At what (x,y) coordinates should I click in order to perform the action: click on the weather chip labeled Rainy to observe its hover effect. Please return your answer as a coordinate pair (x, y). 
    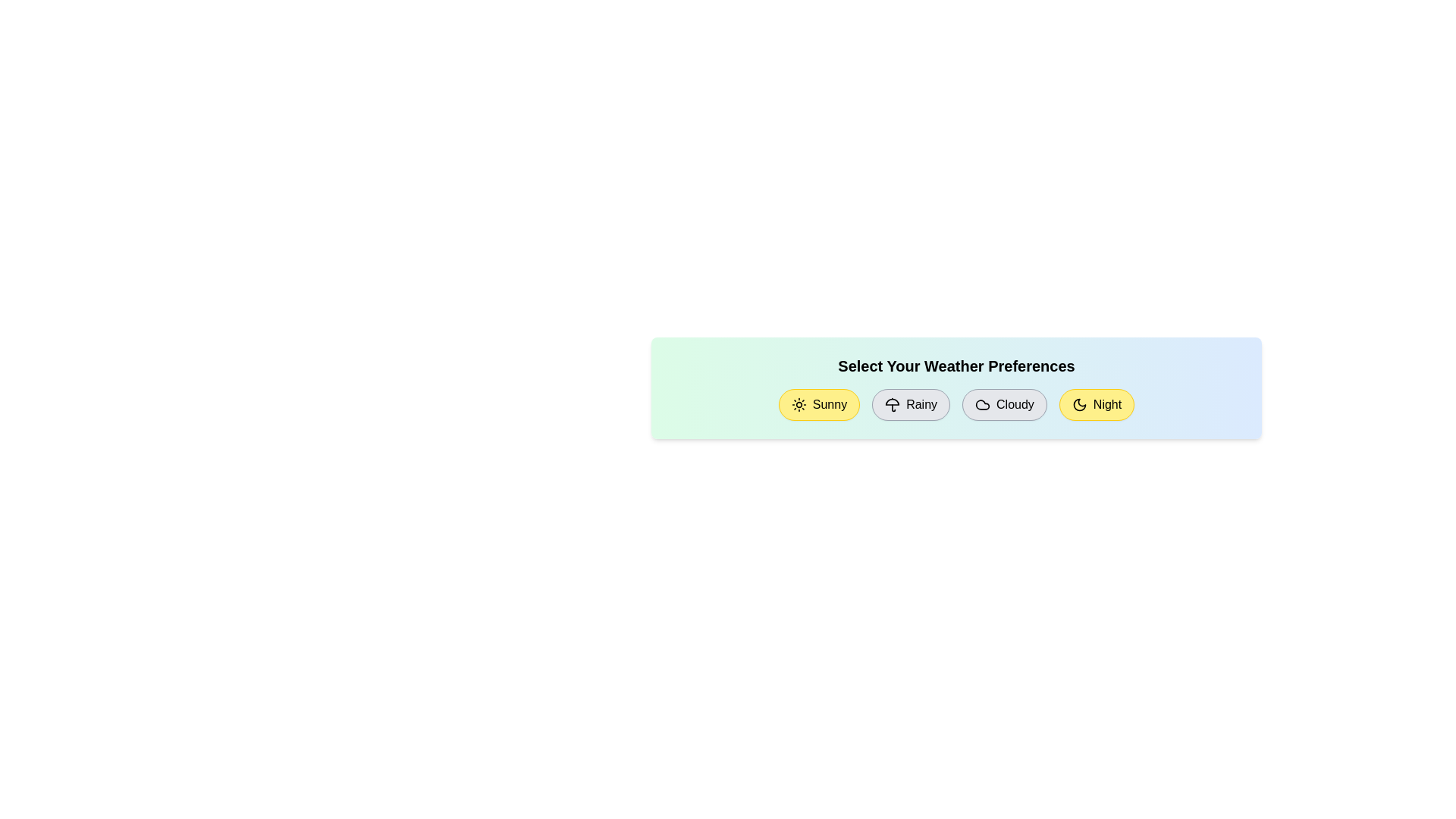
    Looking at the image, I should click on (910, 403).